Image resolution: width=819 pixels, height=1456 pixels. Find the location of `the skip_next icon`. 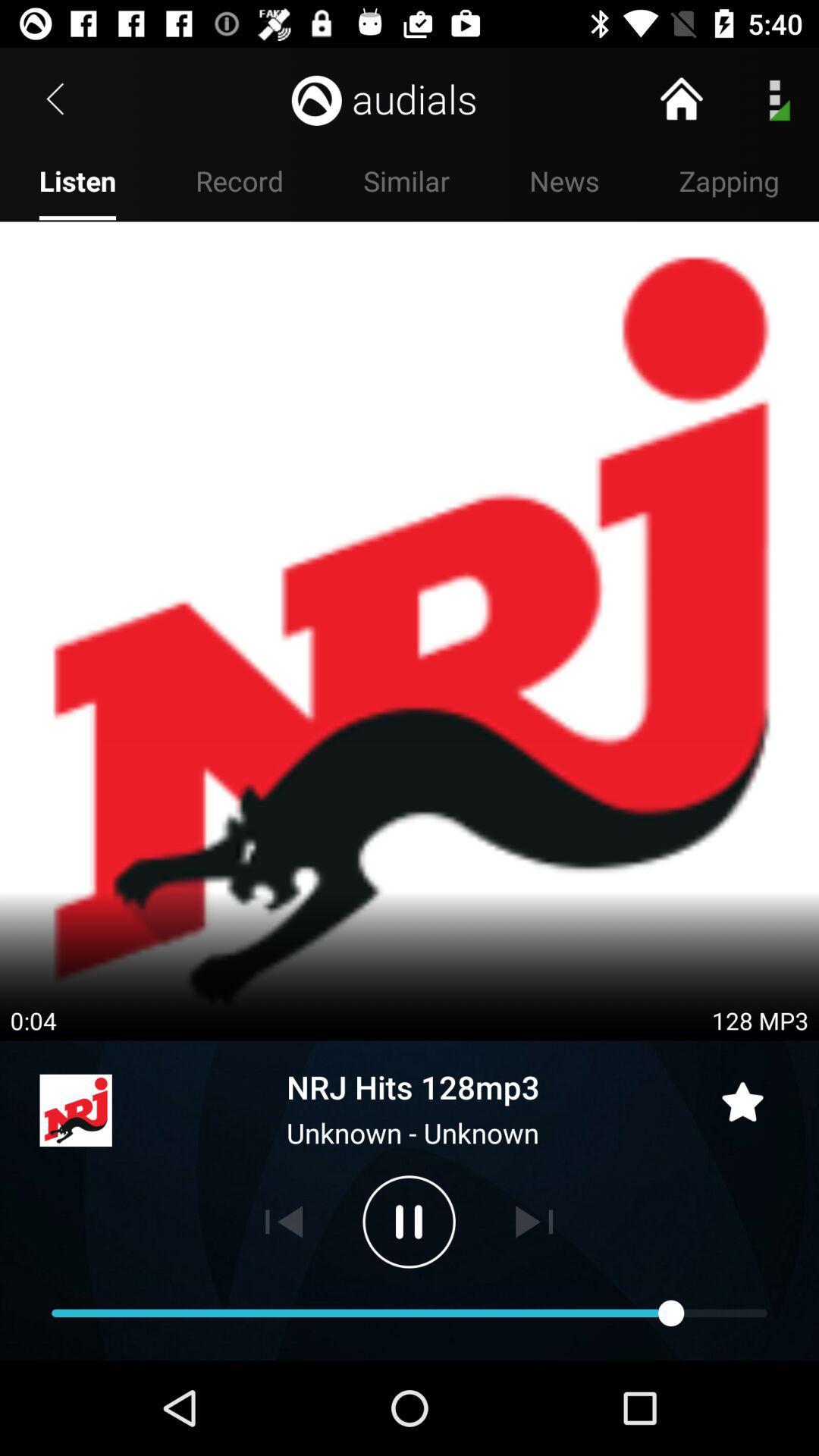

the skip_next icon is located at coordinates (533, 1222).